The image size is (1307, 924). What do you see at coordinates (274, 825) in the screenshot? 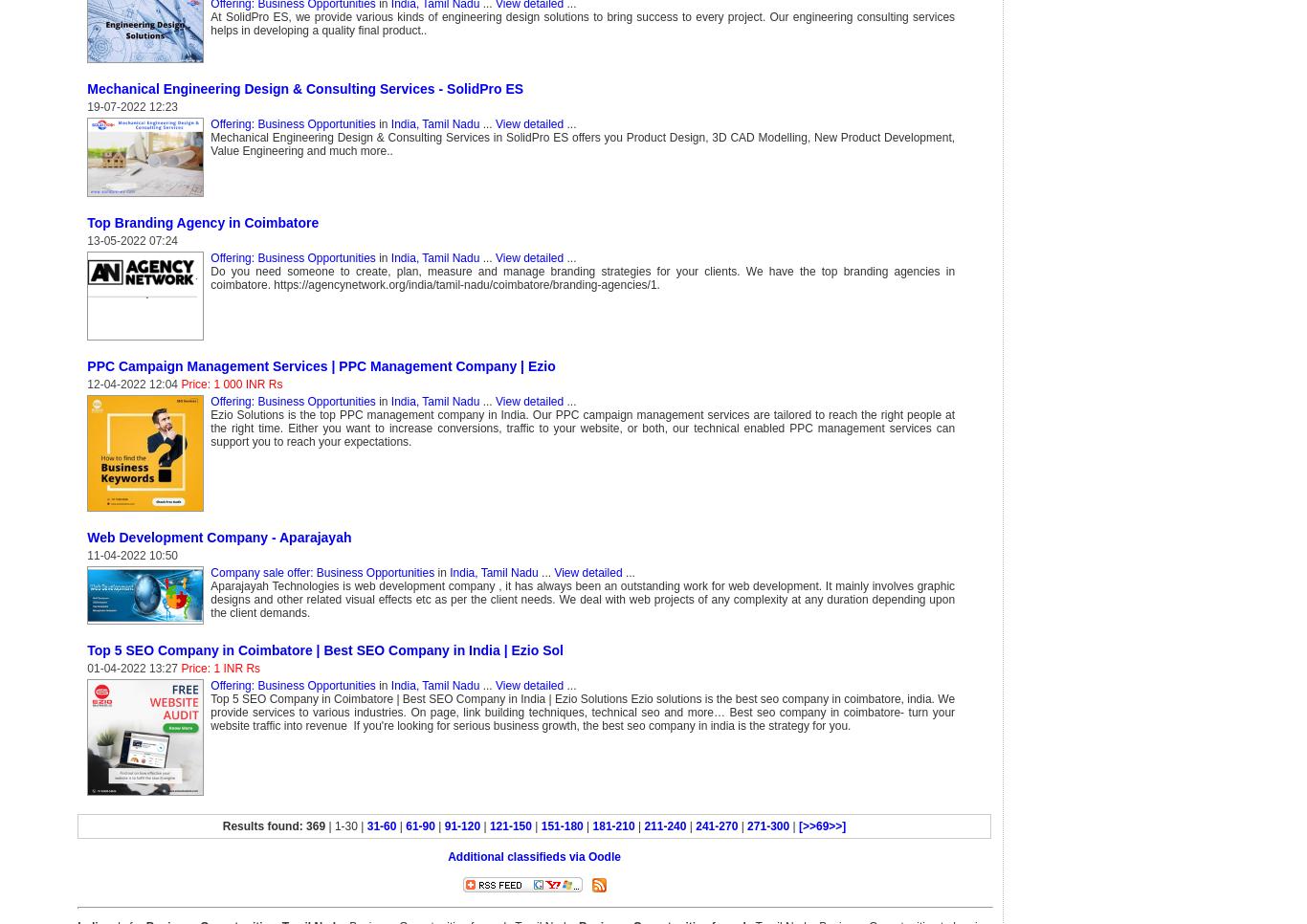
I see `'Results found: 369'` at bounding box center [274, 825].